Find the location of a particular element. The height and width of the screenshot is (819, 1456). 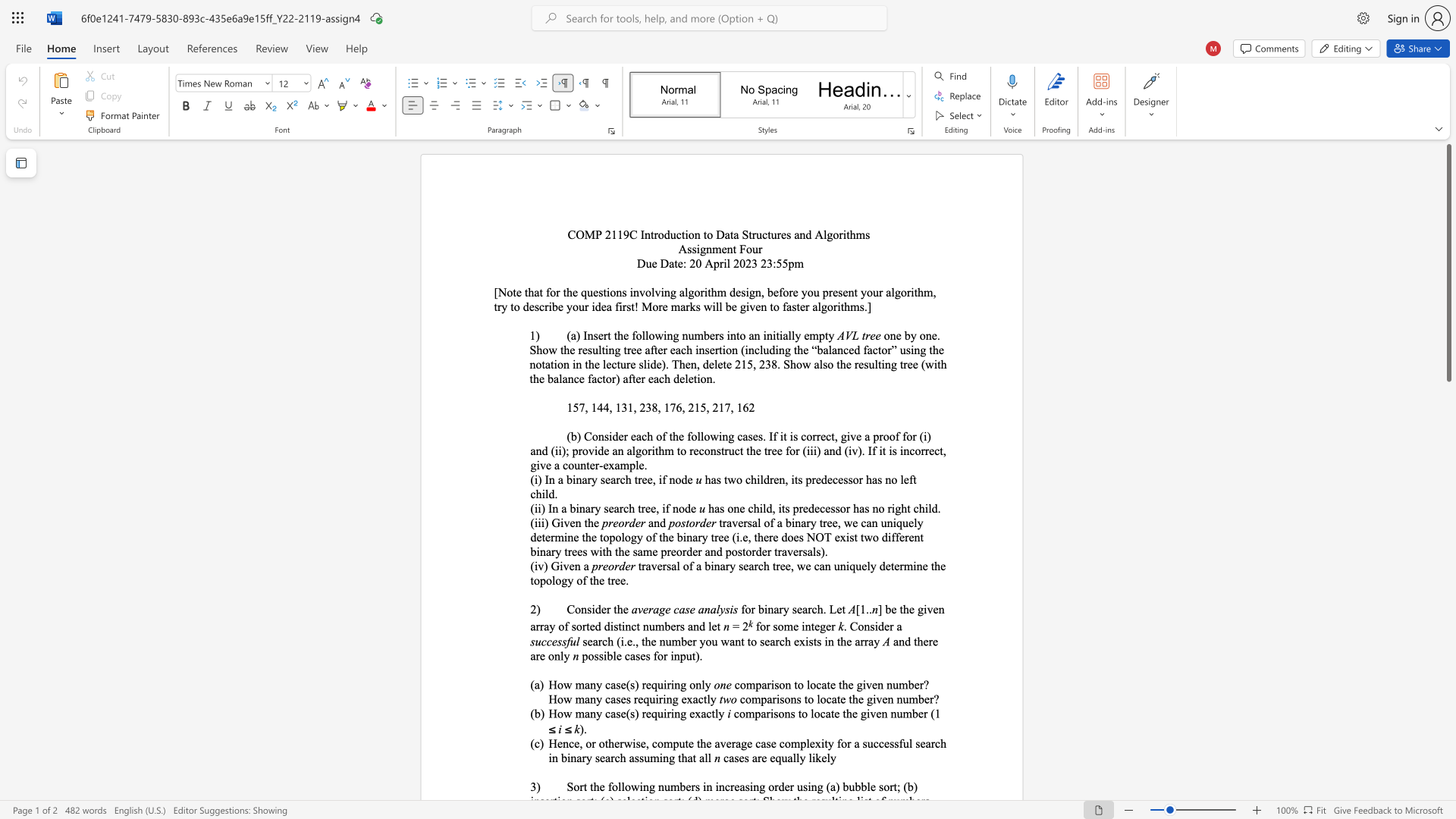

the 2th character "3" in the text is located at coordinates (648, 406).